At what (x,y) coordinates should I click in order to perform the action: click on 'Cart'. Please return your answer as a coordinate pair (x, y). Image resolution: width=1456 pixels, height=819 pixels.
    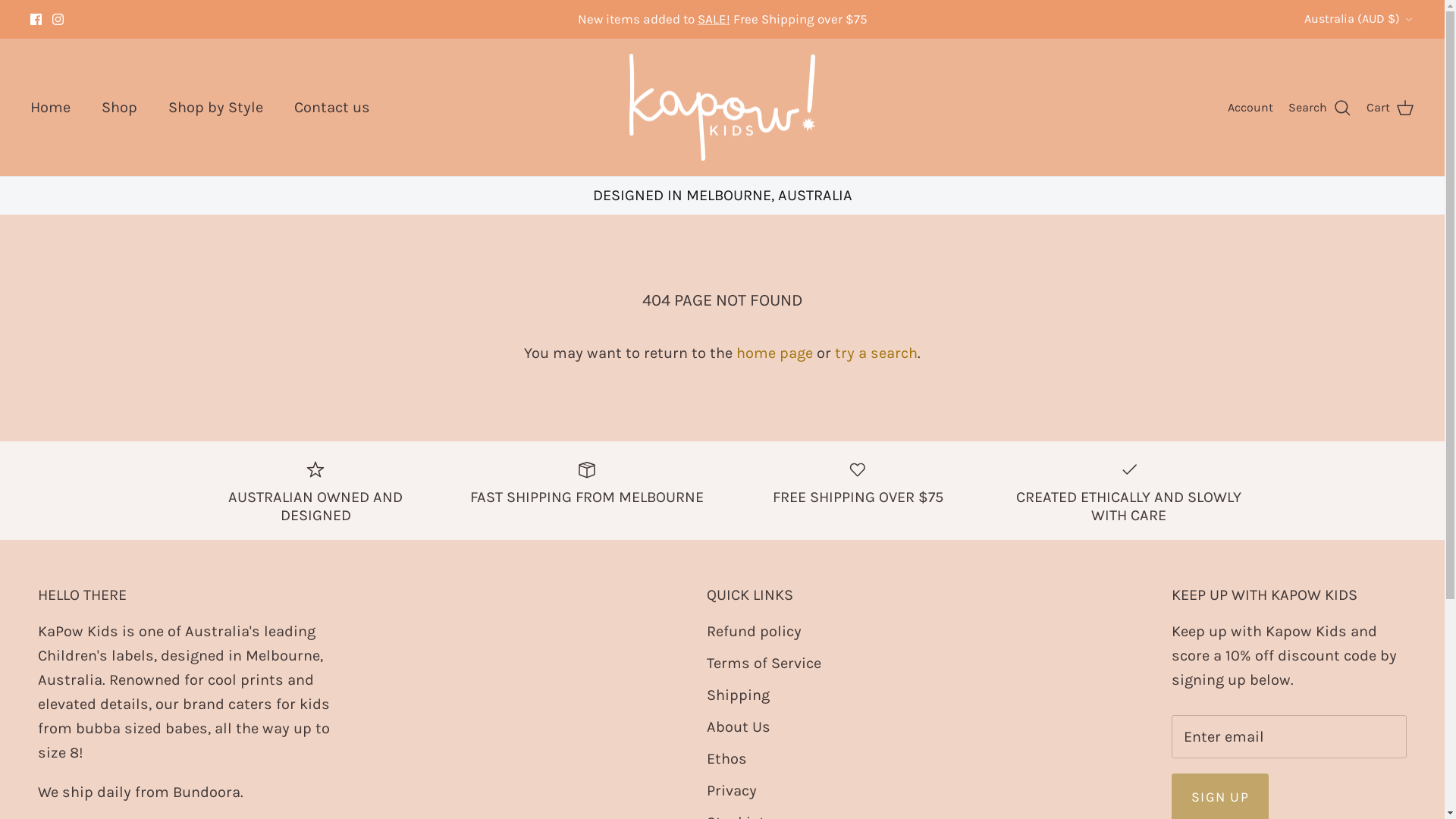
    Looking at the image, I should click on (1390, 107).